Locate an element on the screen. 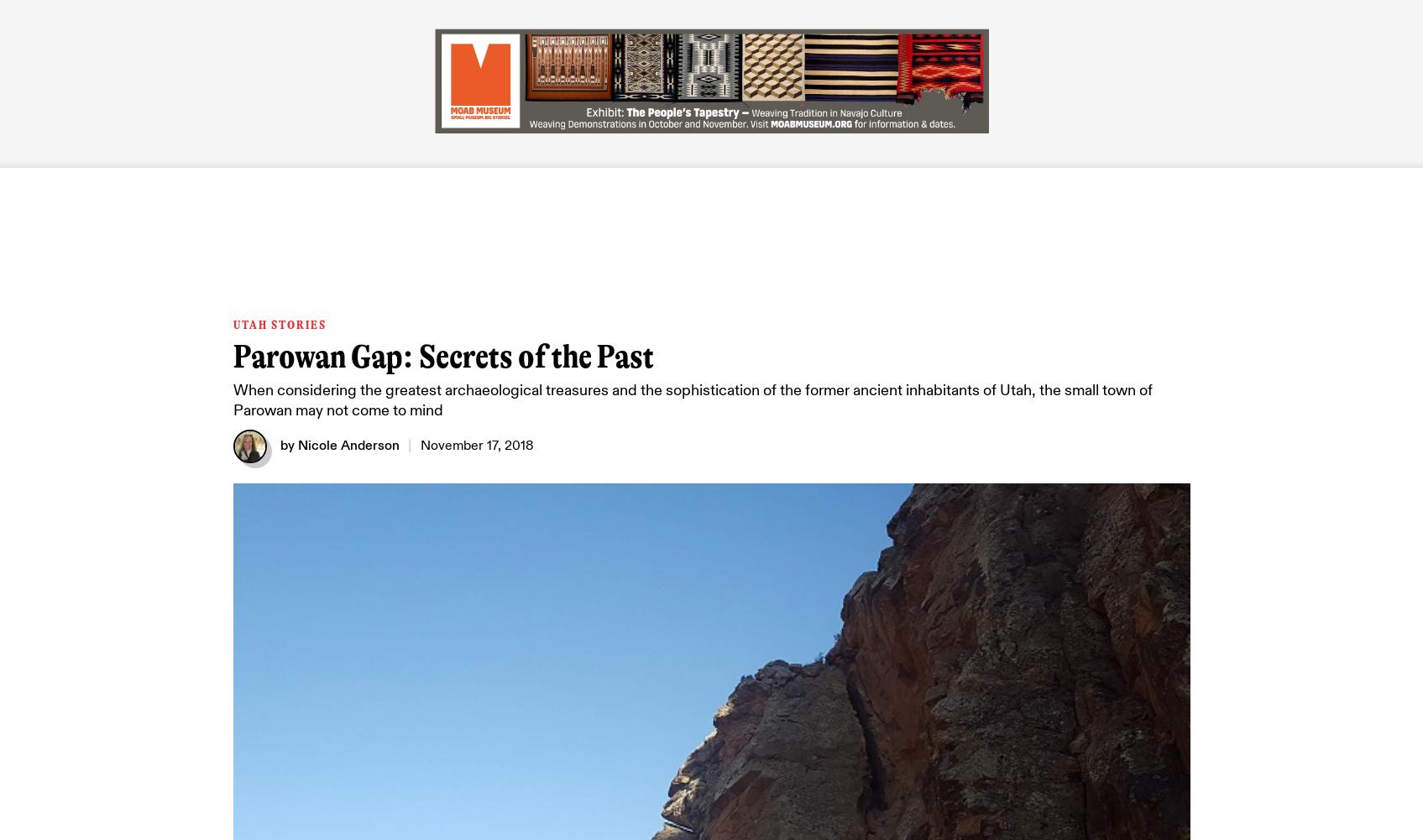 This screenshot has width=1423, height=840. 'The Legacy of Johnson Farms' is located at coordinates (476, 748).